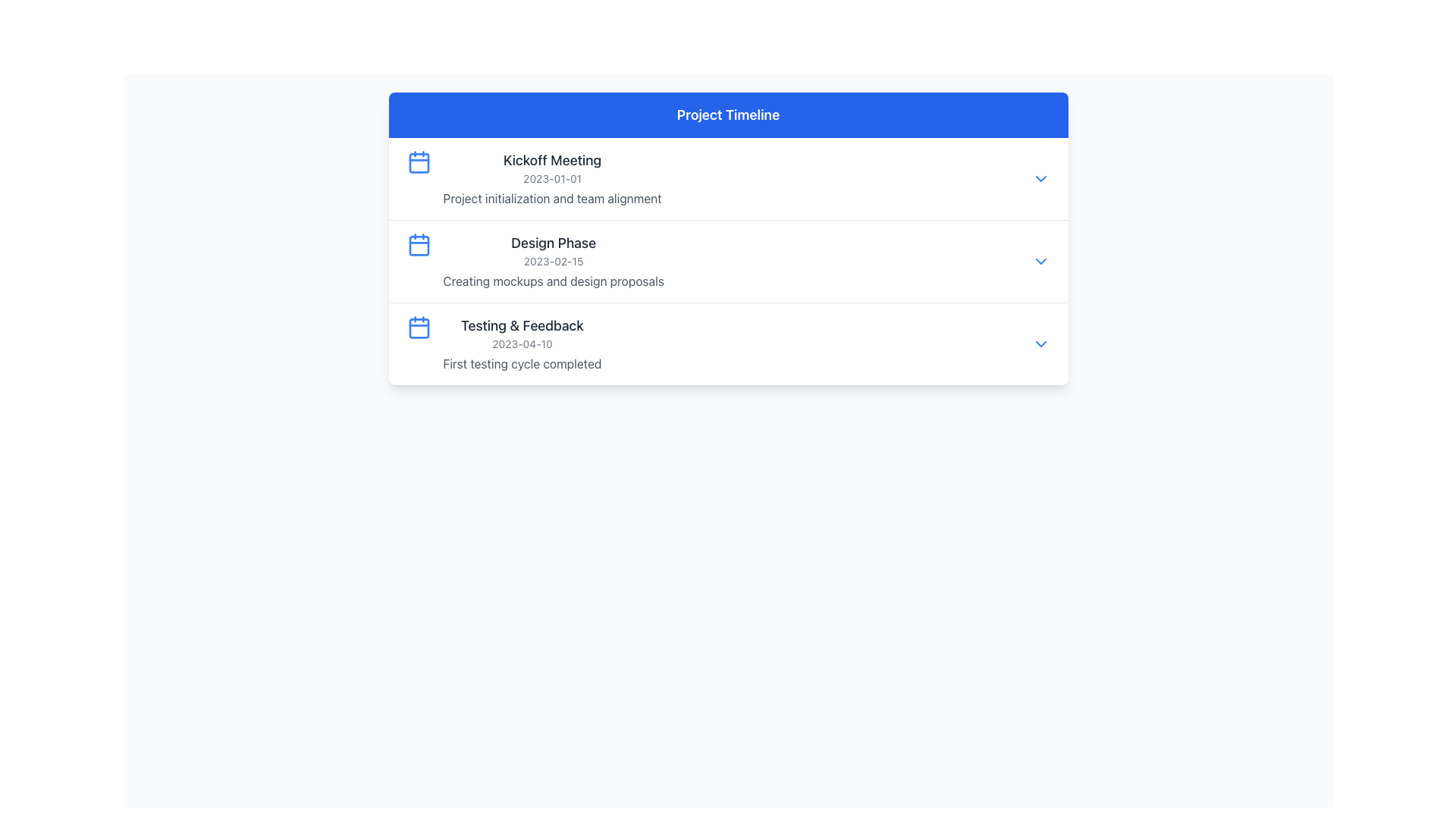 The height and width of the screenshot is (819, 1456). What do you see at coordinates (728, 260) in the screenshot?
I see `the dropdown to the right of the middle timeline entry` at bounding box center [728, 260].